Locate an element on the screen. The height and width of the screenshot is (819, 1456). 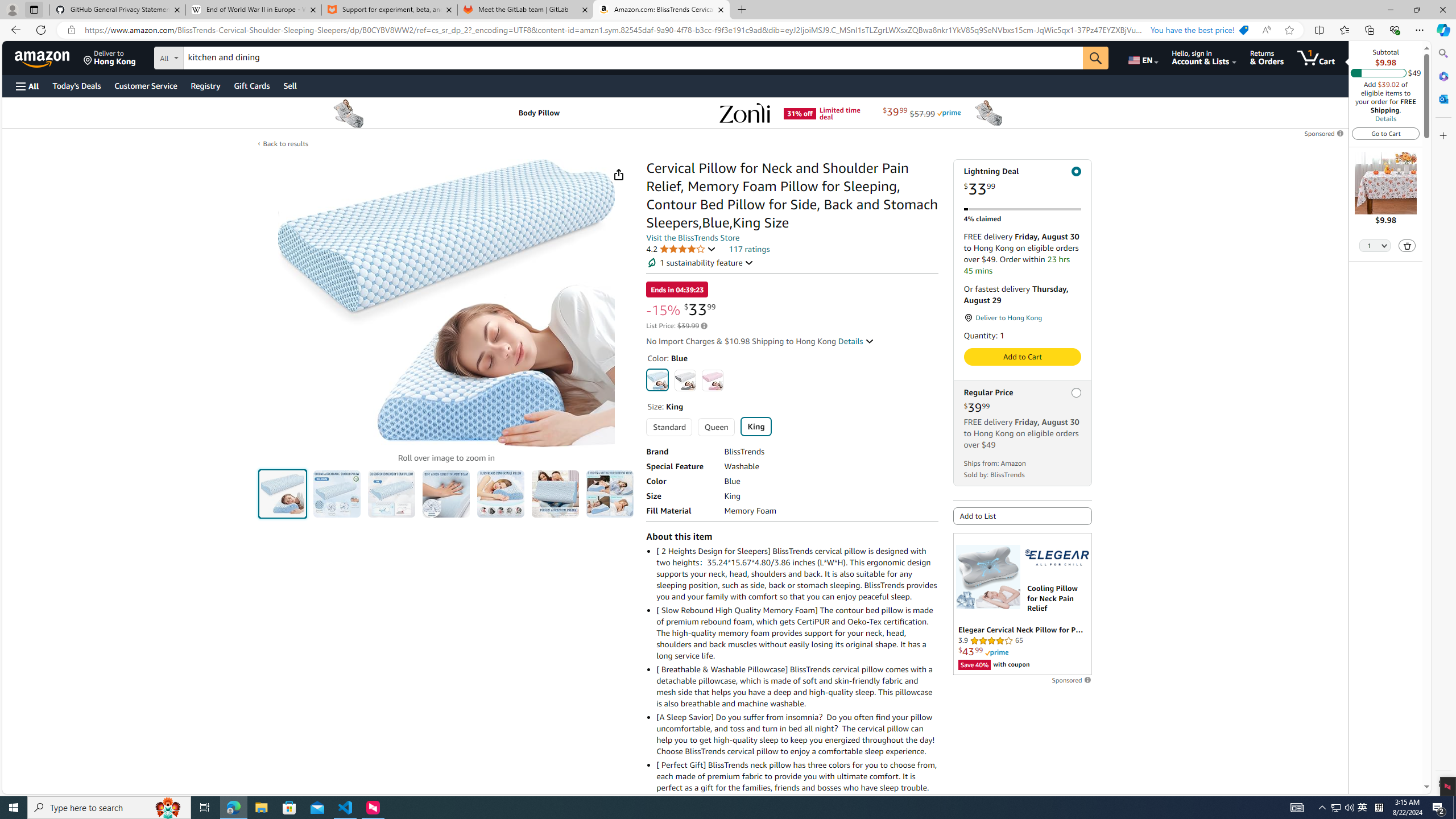
'Open Menu' is located at coordinates (26, 85).